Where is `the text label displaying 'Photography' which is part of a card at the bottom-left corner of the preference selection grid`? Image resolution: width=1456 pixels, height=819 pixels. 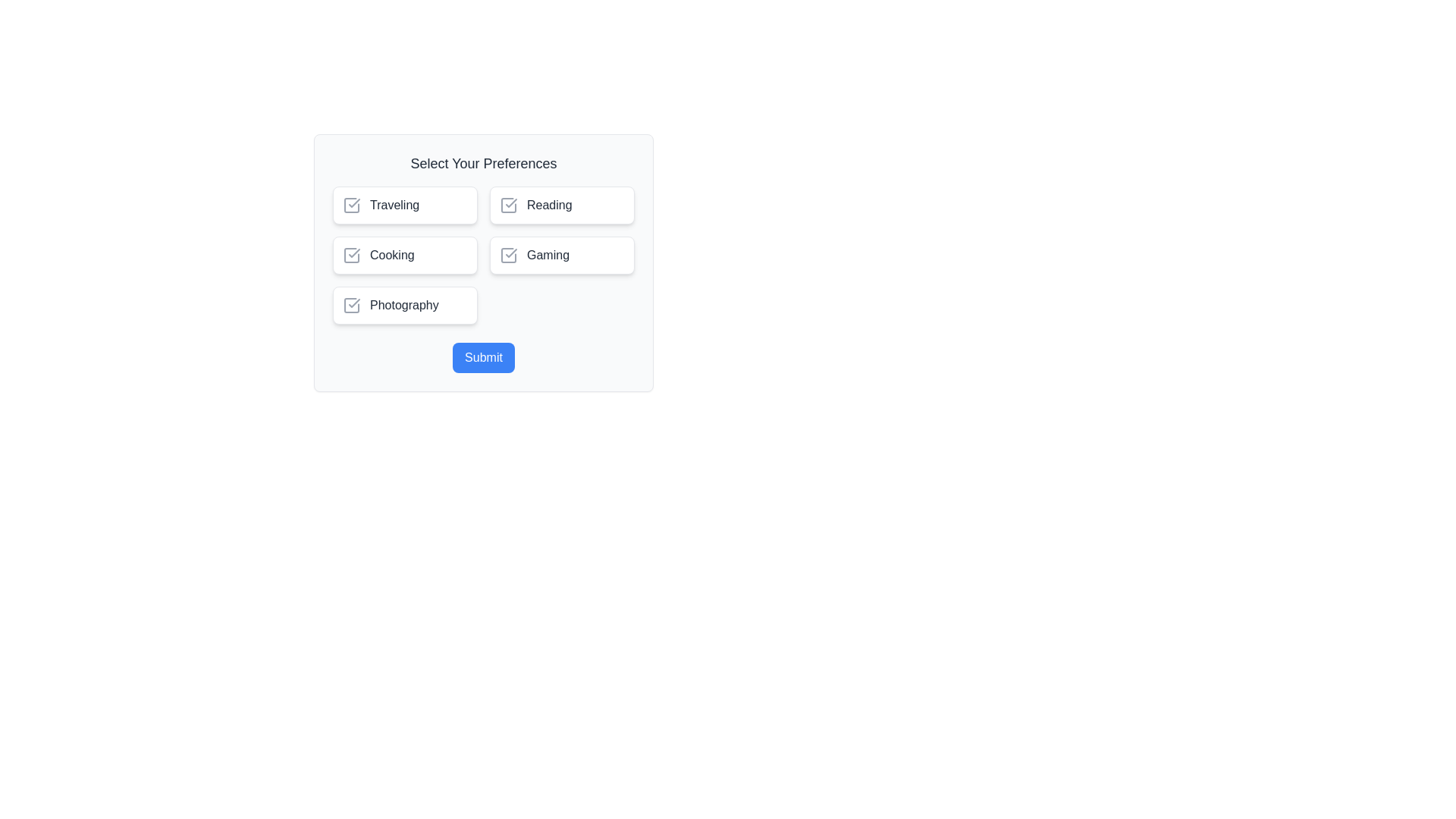 the text label displaying 'Photography' which is part of a card at the bottom-left corner of the preference selection grid is located at coordinates (404, 305).